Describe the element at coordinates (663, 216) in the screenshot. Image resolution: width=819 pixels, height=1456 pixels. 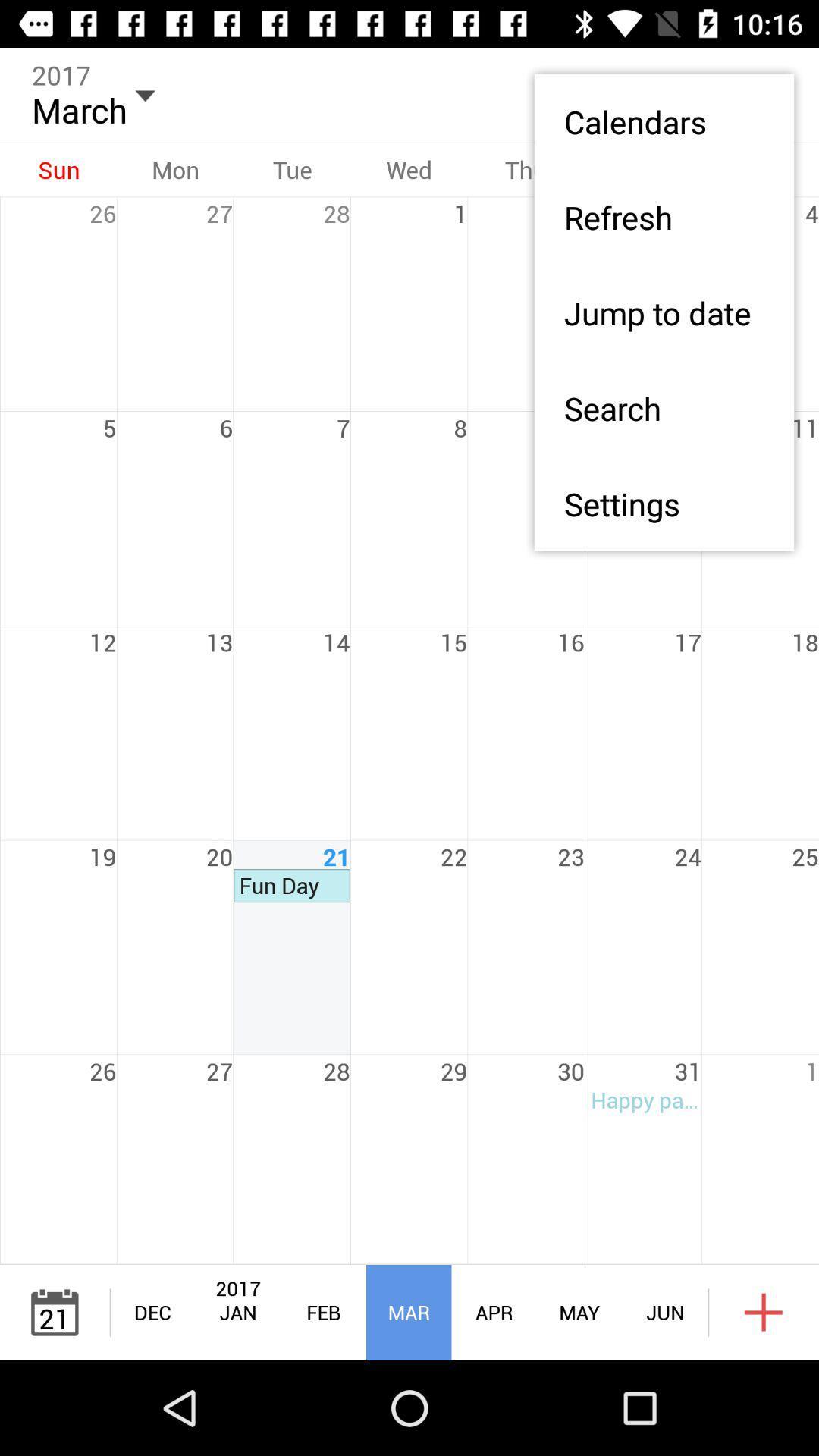
I see `item above the jump to date item` at that location.